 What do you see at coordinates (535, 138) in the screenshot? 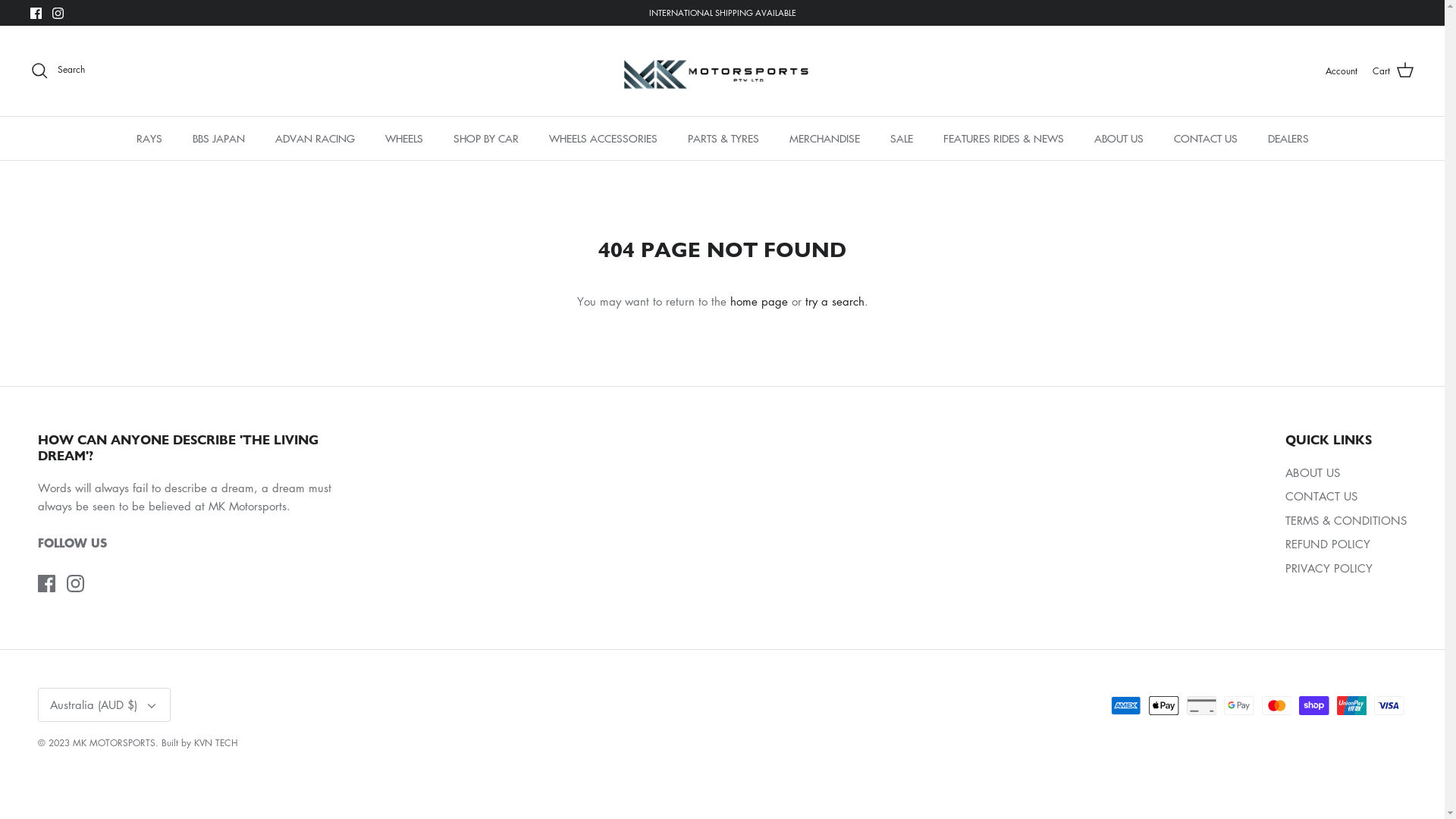
I see `'WHEELS ACCESSORIES'` at bounding box center [535, 138].